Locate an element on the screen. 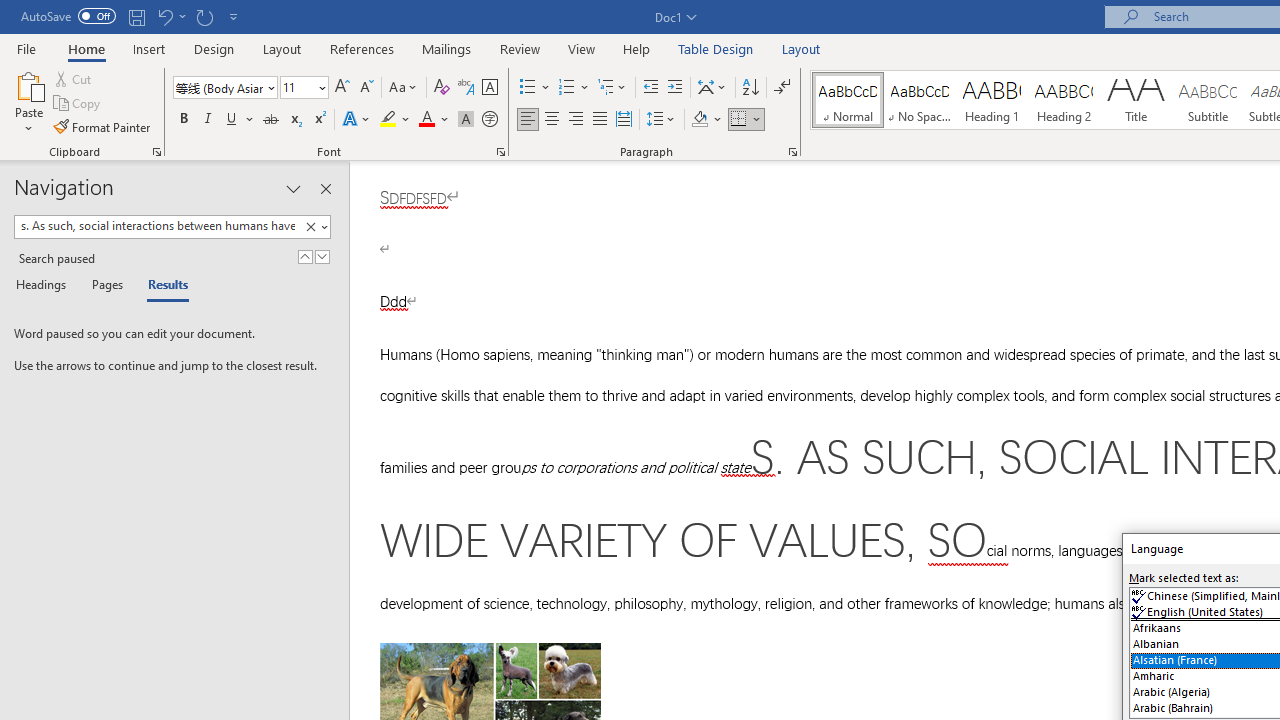 The width and height of the screenshot is (1280, 720). 'Undo Style' is located at coordinates (164, 16).